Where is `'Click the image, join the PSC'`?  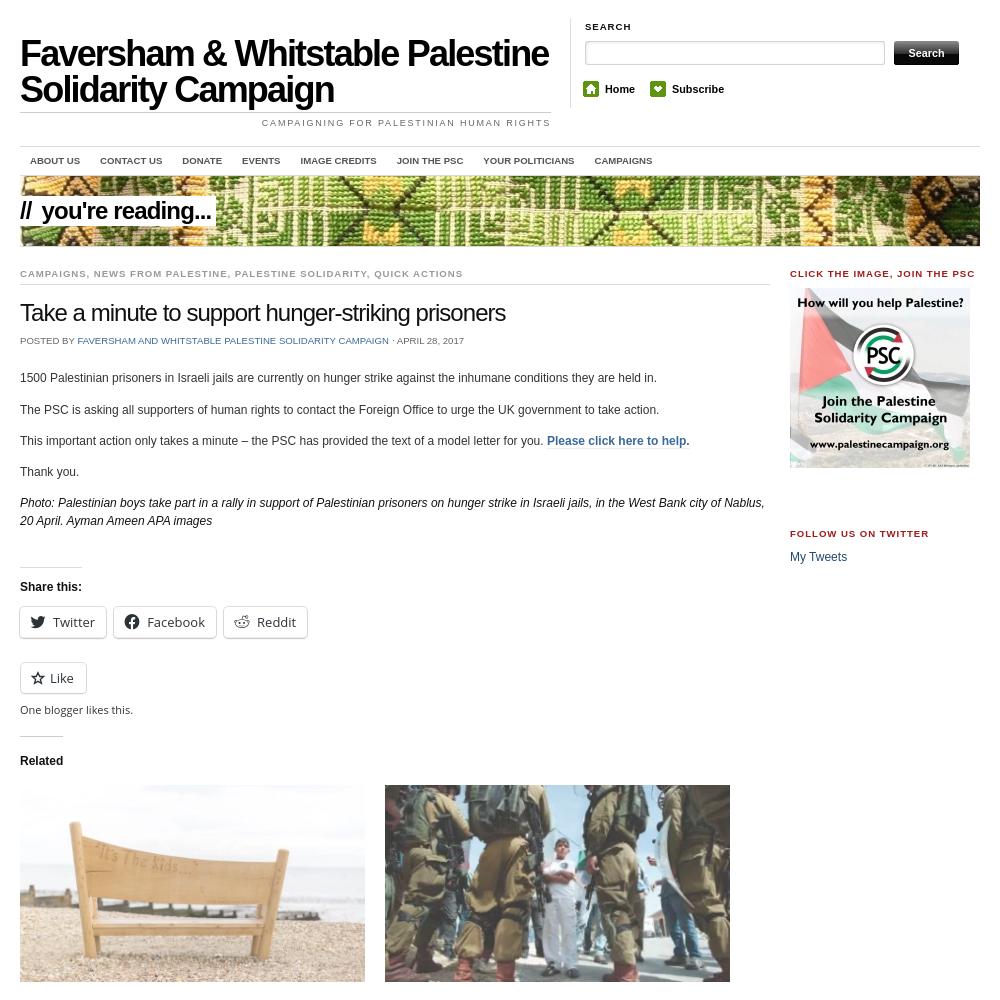
'Click the image, join the PSC' is located at coordinates (882, 272).